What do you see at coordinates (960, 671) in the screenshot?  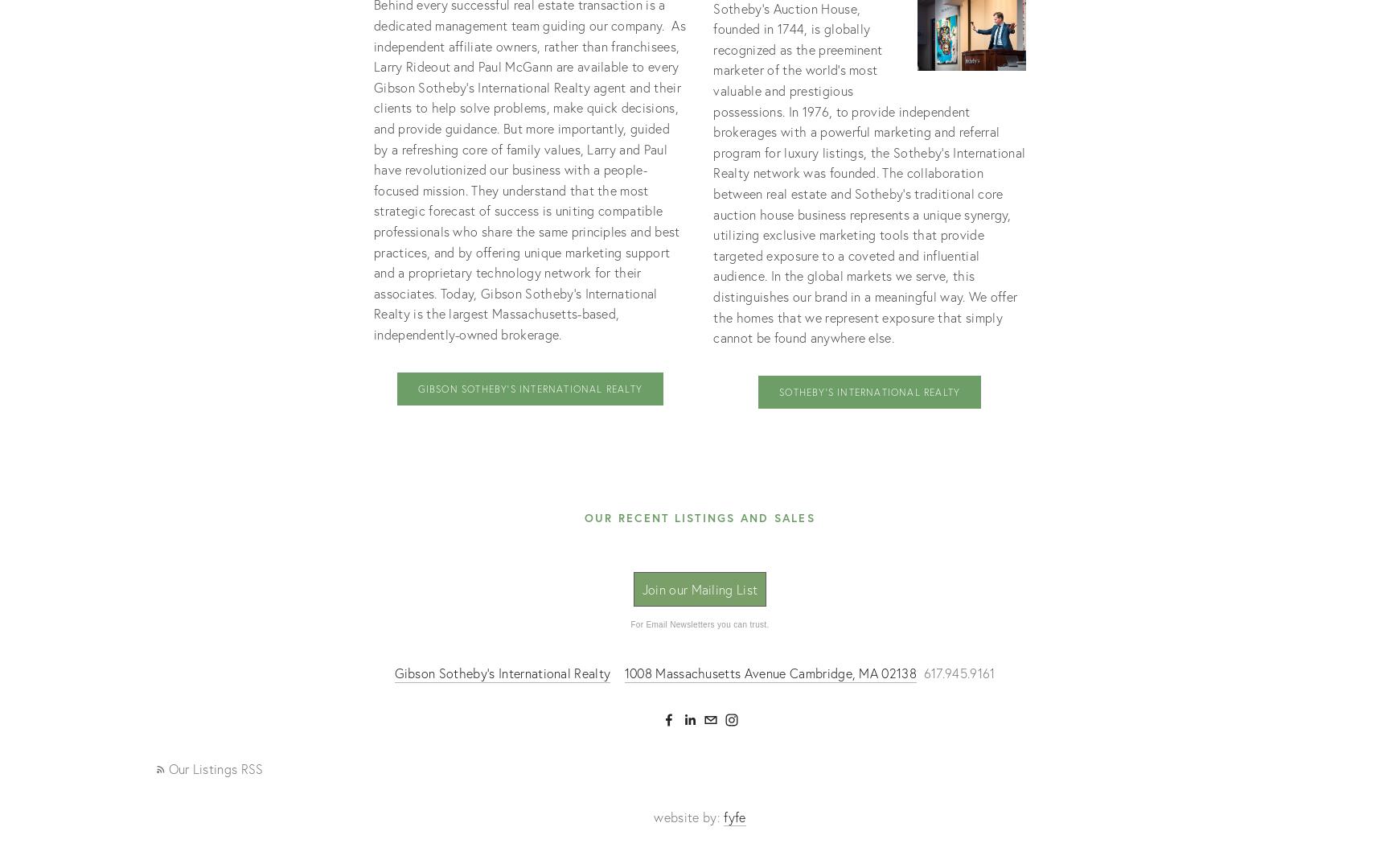 I see `'617.945.9161'` at bounding box center [960, 671].